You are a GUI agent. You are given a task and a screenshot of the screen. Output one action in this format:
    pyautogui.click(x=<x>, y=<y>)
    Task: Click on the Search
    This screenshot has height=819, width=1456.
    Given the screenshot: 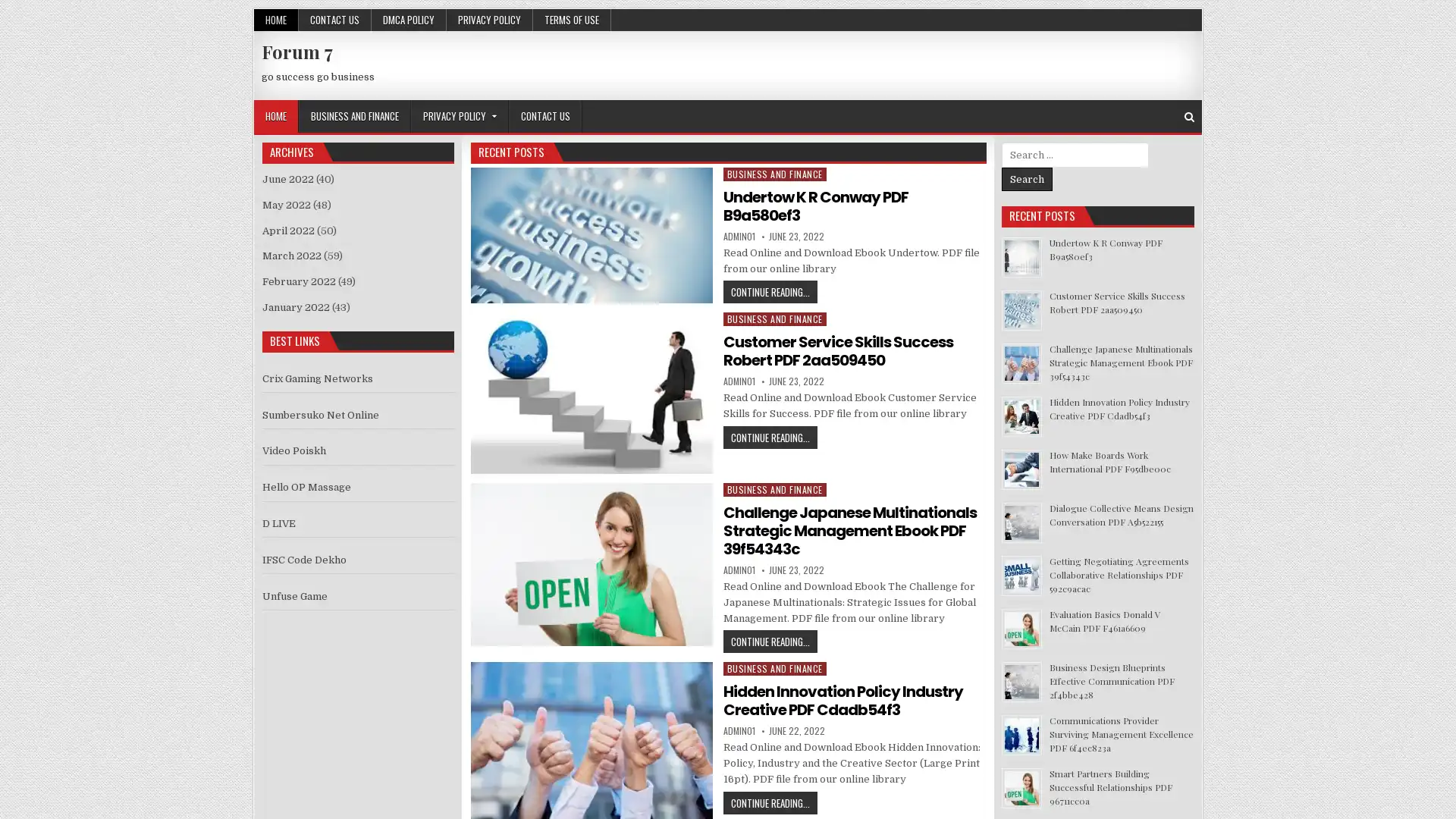 What is the action you would take?
    pyautogui.click(x=1027, y=178)
    